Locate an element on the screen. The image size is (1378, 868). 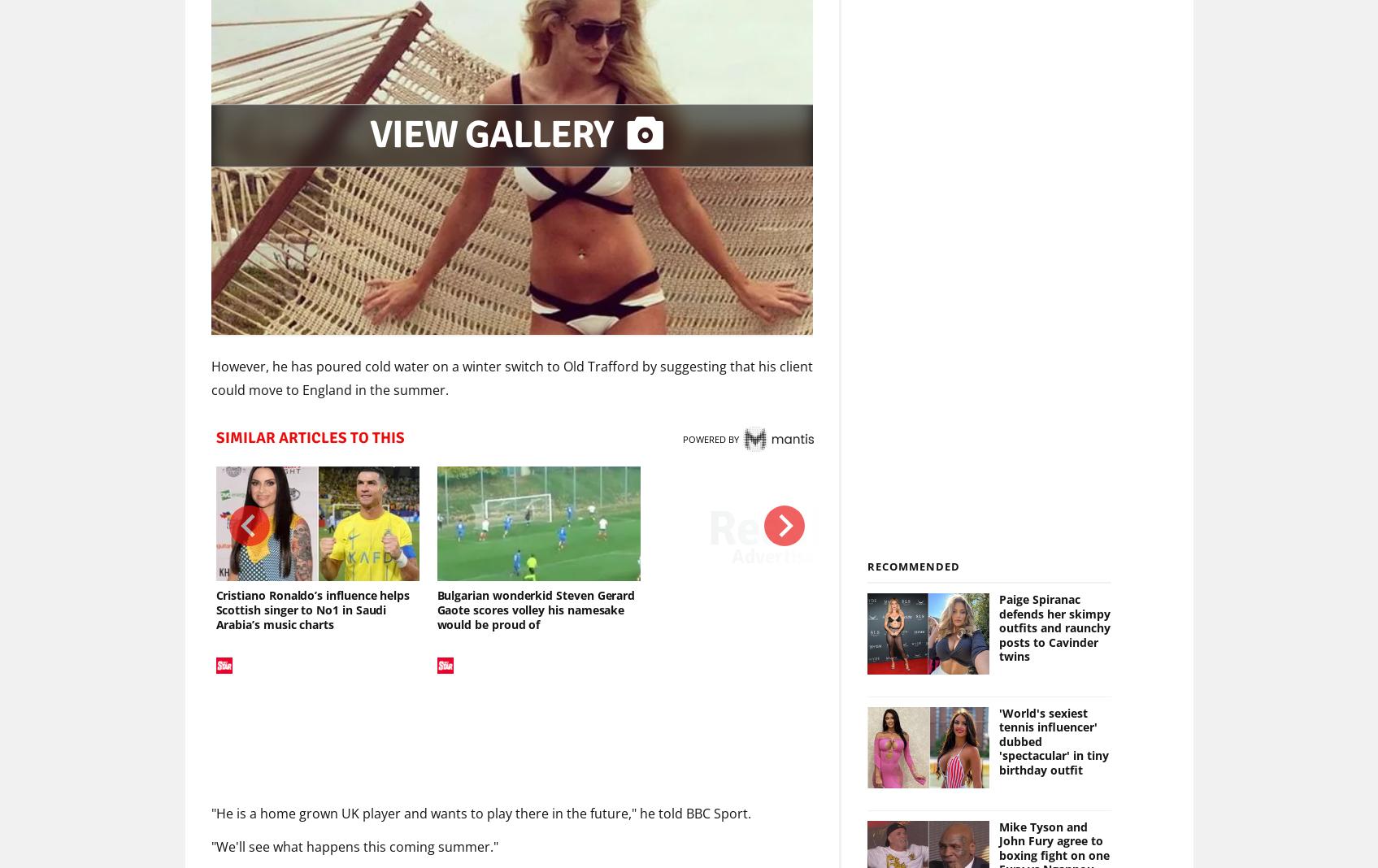
'Punches fly as Newcastle and Borussia Dortmund fans fight before Champions League clash' is located at coordinates (1007, 610).